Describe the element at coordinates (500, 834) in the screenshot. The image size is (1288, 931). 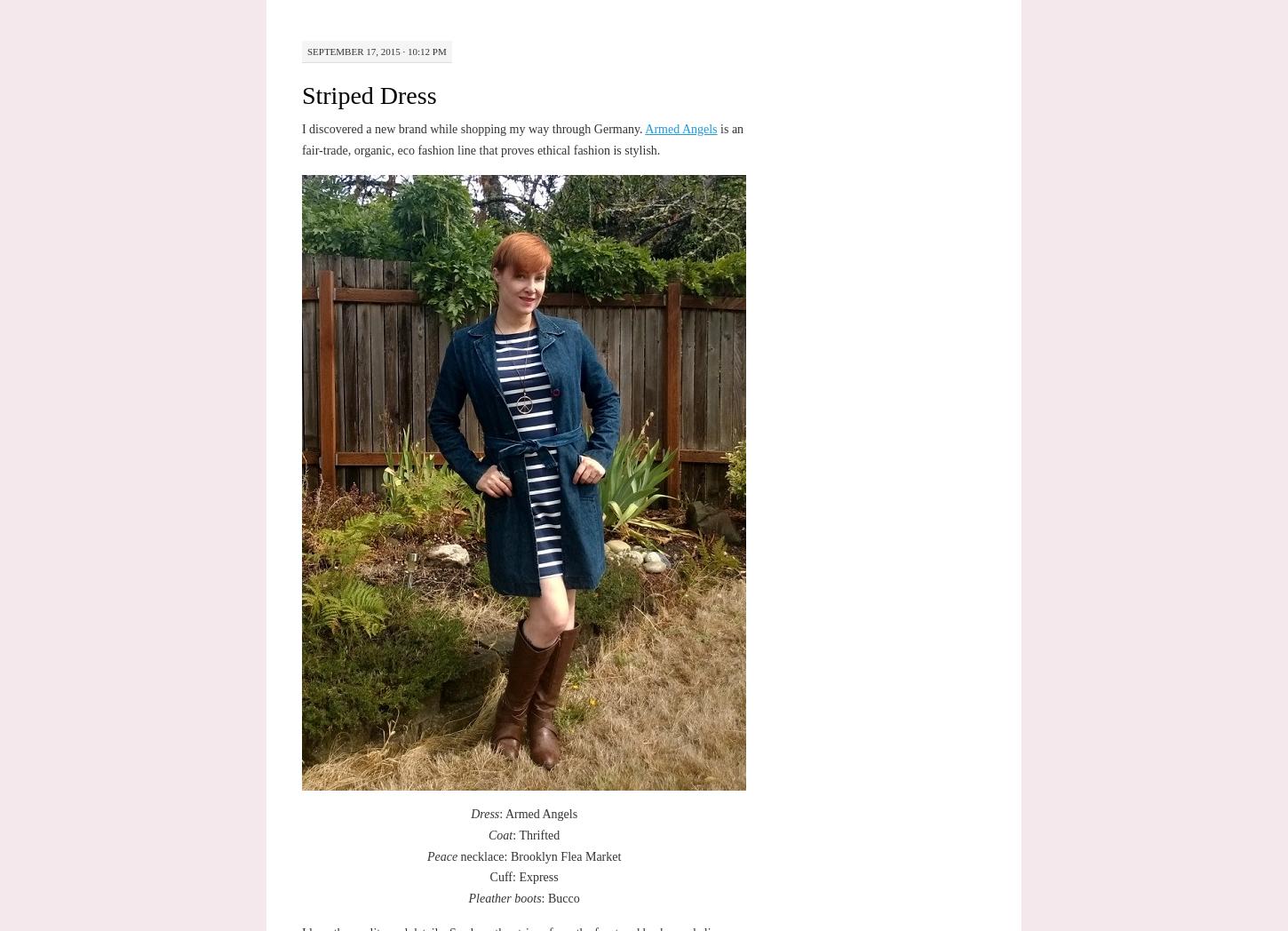
I see `'Coat'` at that location.